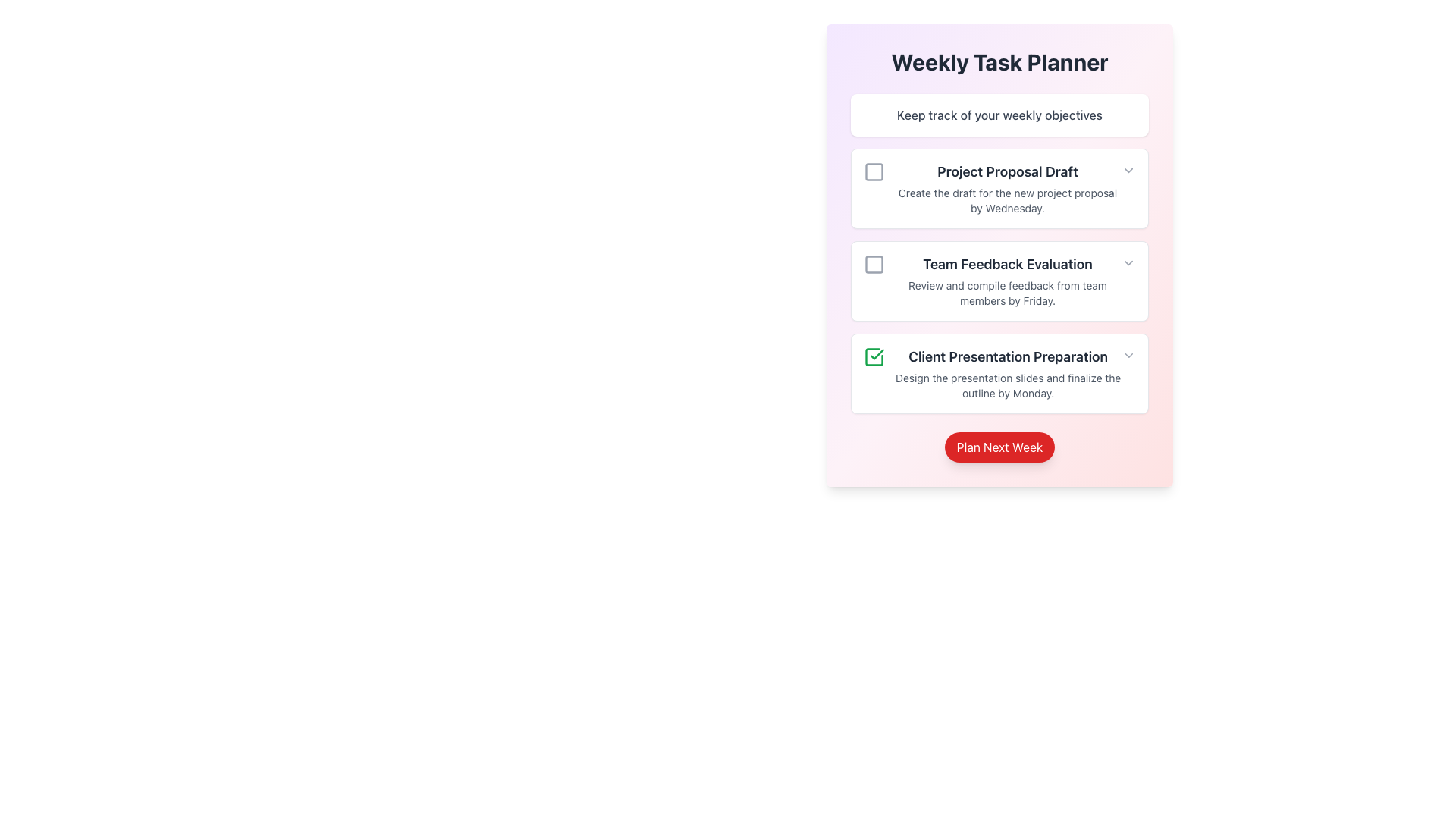  I want to click on the first task item in the 'Weekly Task Planner' that describes the task to draft a project proposal by Wednesday, so click(1008, 188).